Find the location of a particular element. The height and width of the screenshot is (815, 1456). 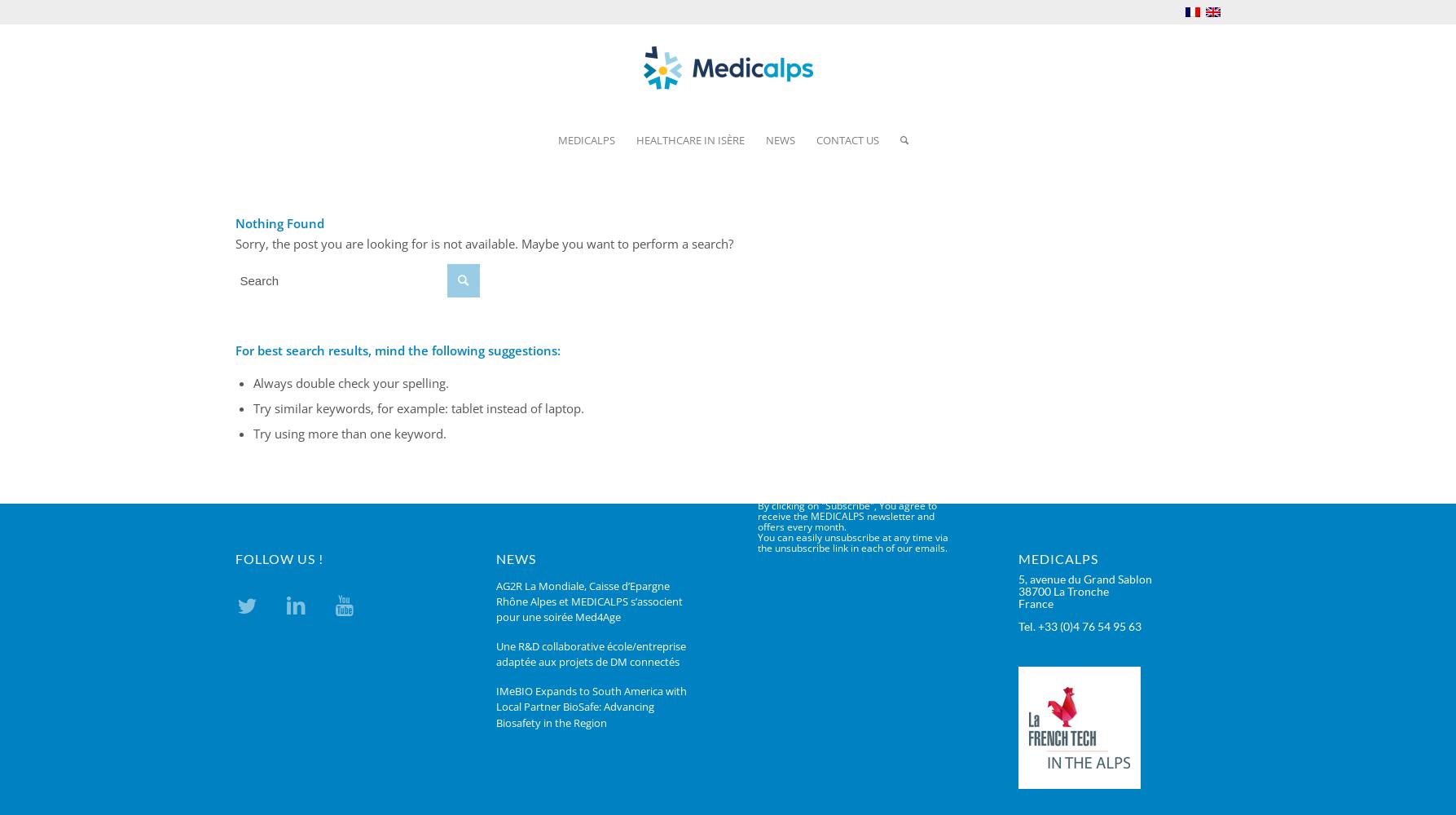

'FOLLOW US !' is located at coordinates (278, 558).